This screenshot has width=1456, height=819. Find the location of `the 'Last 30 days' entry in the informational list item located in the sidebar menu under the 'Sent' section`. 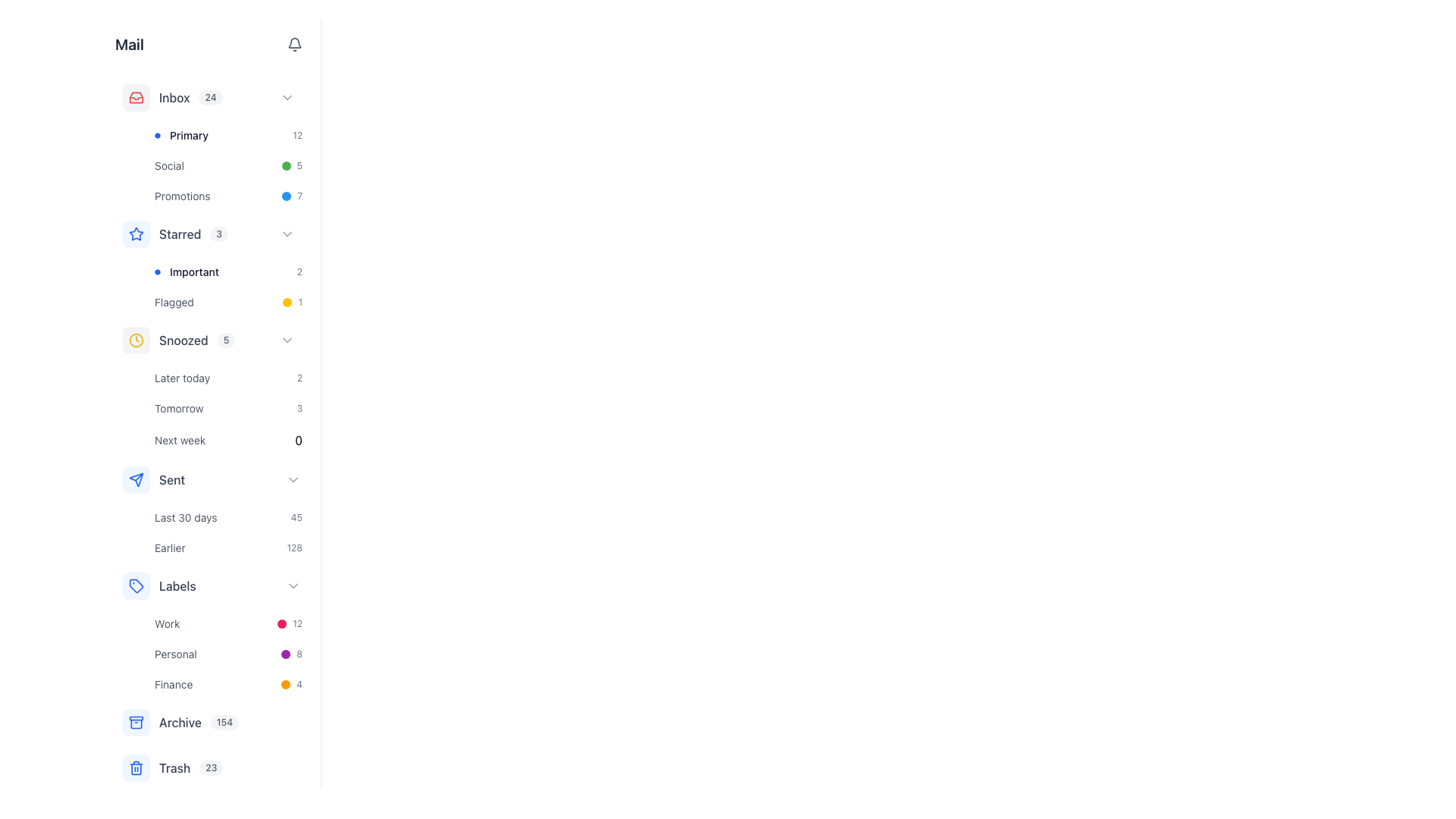

the 'Last 30 days' entry in the informational list item located in the sidebar menu under the 'Sent' section is located at coordinates (227, 532).